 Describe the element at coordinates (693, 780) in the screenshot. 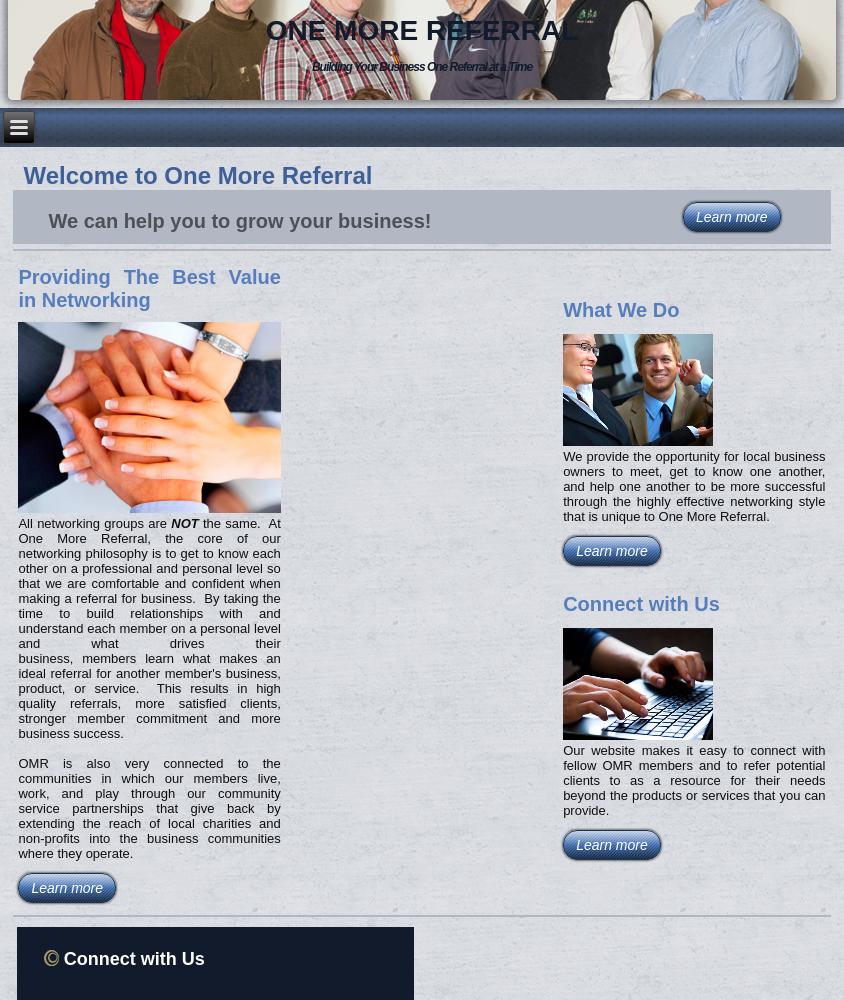

I see `'Our website makes it easy to connect with fellow OMR members and to refer potential clients to as a resource for their needs beyond the products or services that you can provide.'` at that location.